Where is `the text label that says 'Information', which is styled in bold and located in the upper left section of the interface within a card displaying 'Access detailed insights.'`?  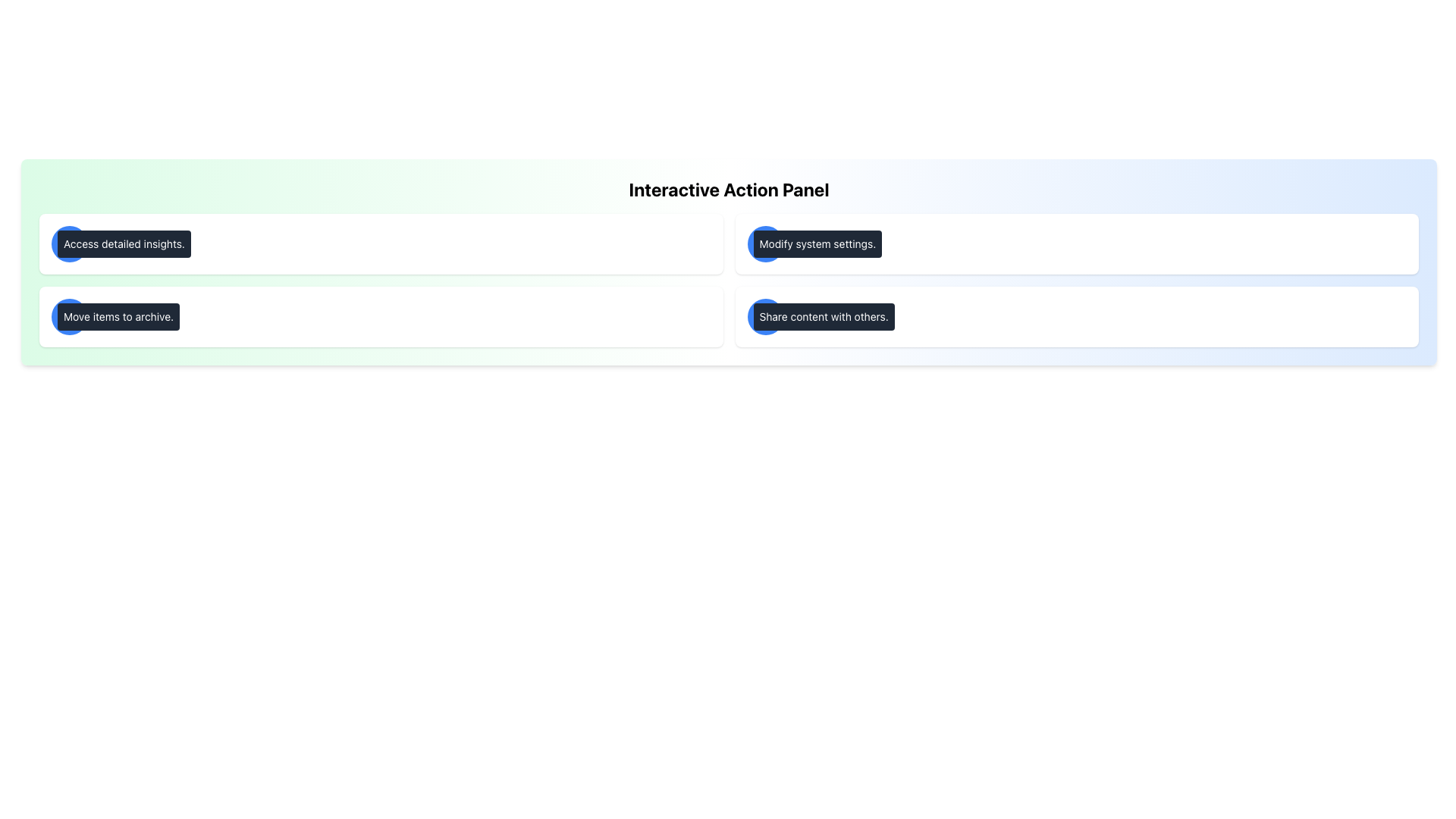 the text label that says 'Information', which is styled in bold and located in the upper left section of the interface within a card displaying 'Access detailed insights.' is located at coordinates (136, 243).